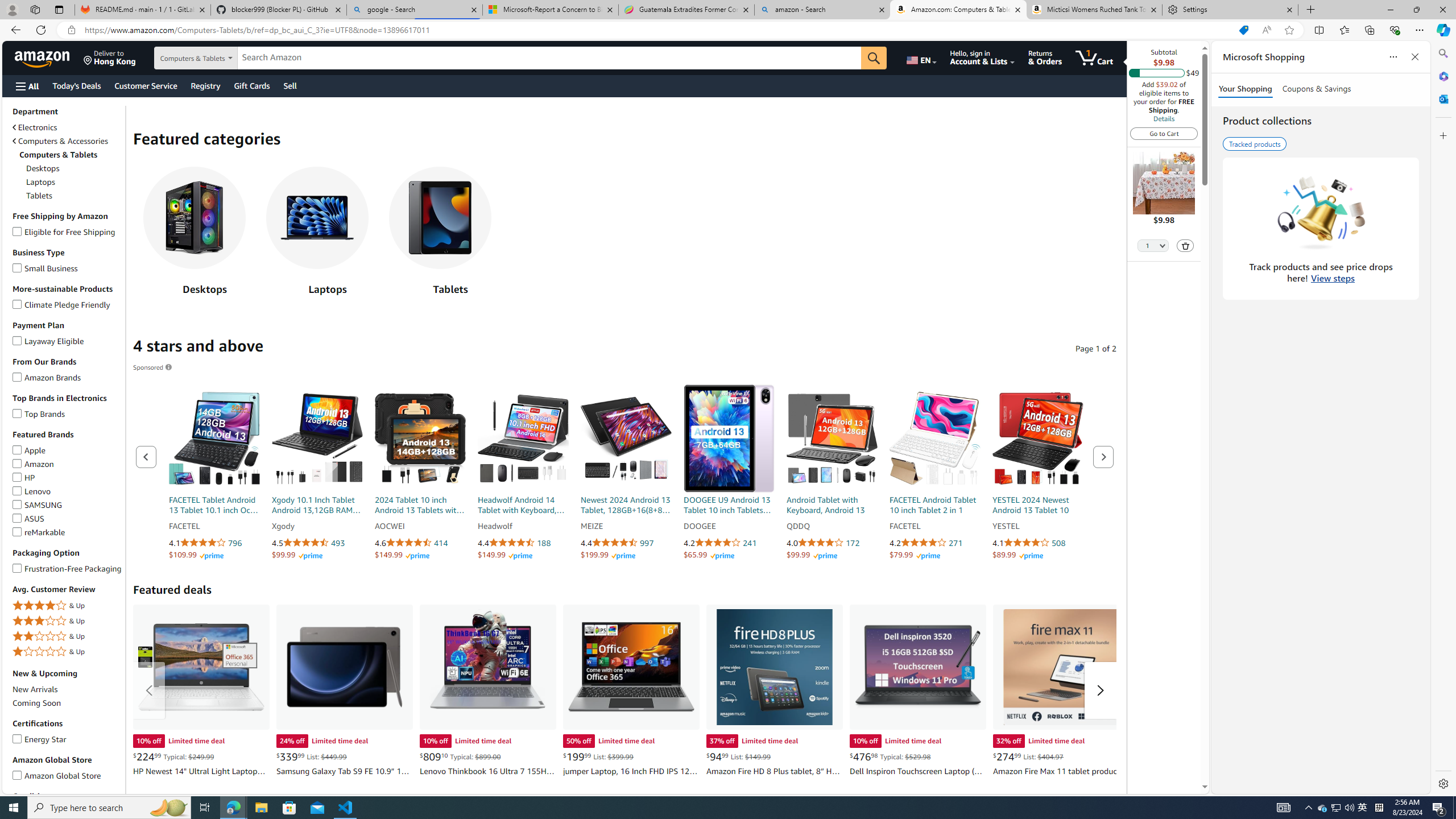 Image resolution: width=1456 pixels, height=819 pixels. Describe the element at coordinates (317, 526) in the screenshot. I see `'Xgody'` at that location.